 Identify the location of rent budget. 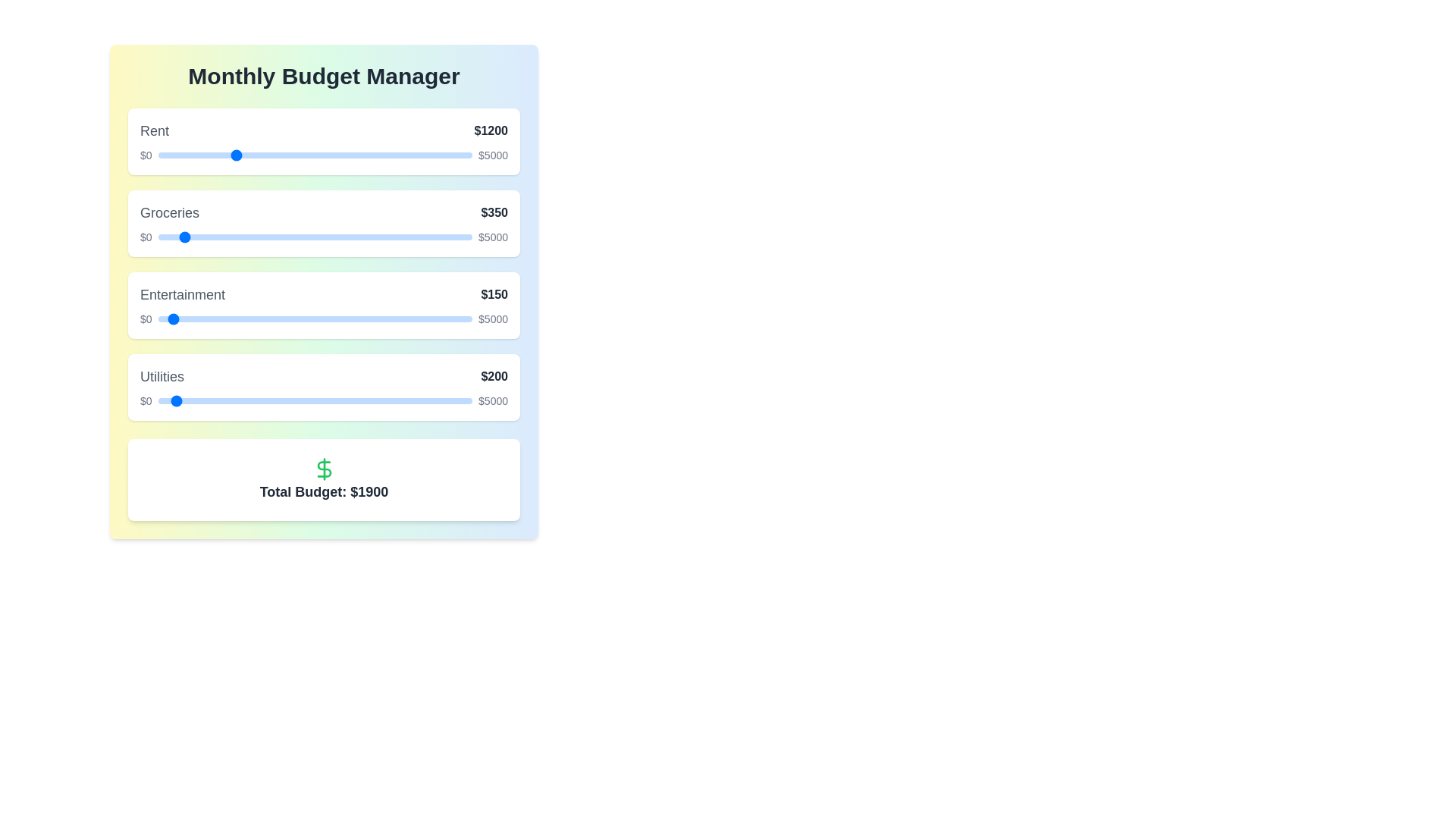
(243, 155).